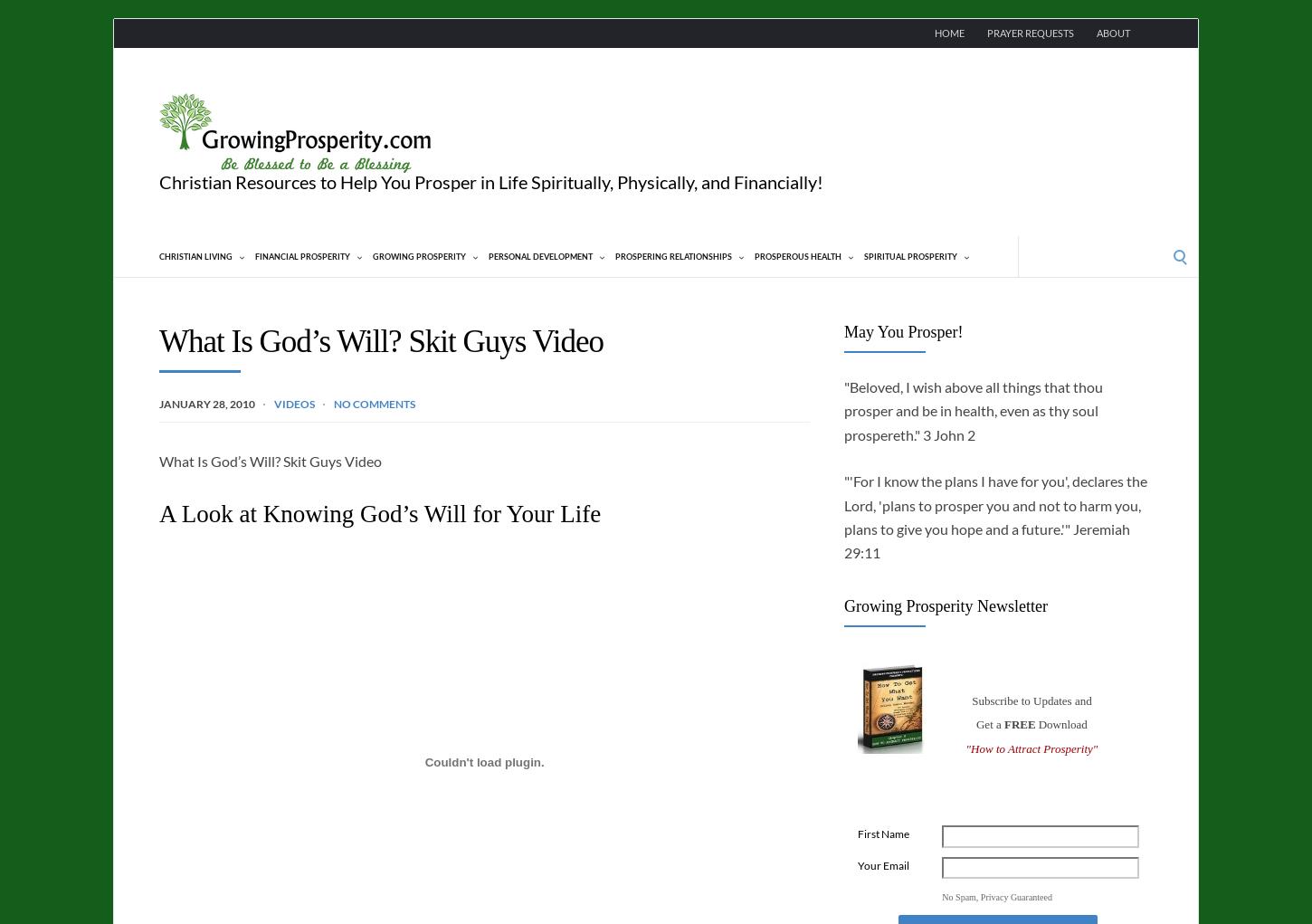 This screenshot has width=1312, height=924. What do you see at coordinates (171, 525) in the screenshot?
I see `'Prayers & Praise'` at bounding box center [171, 525].